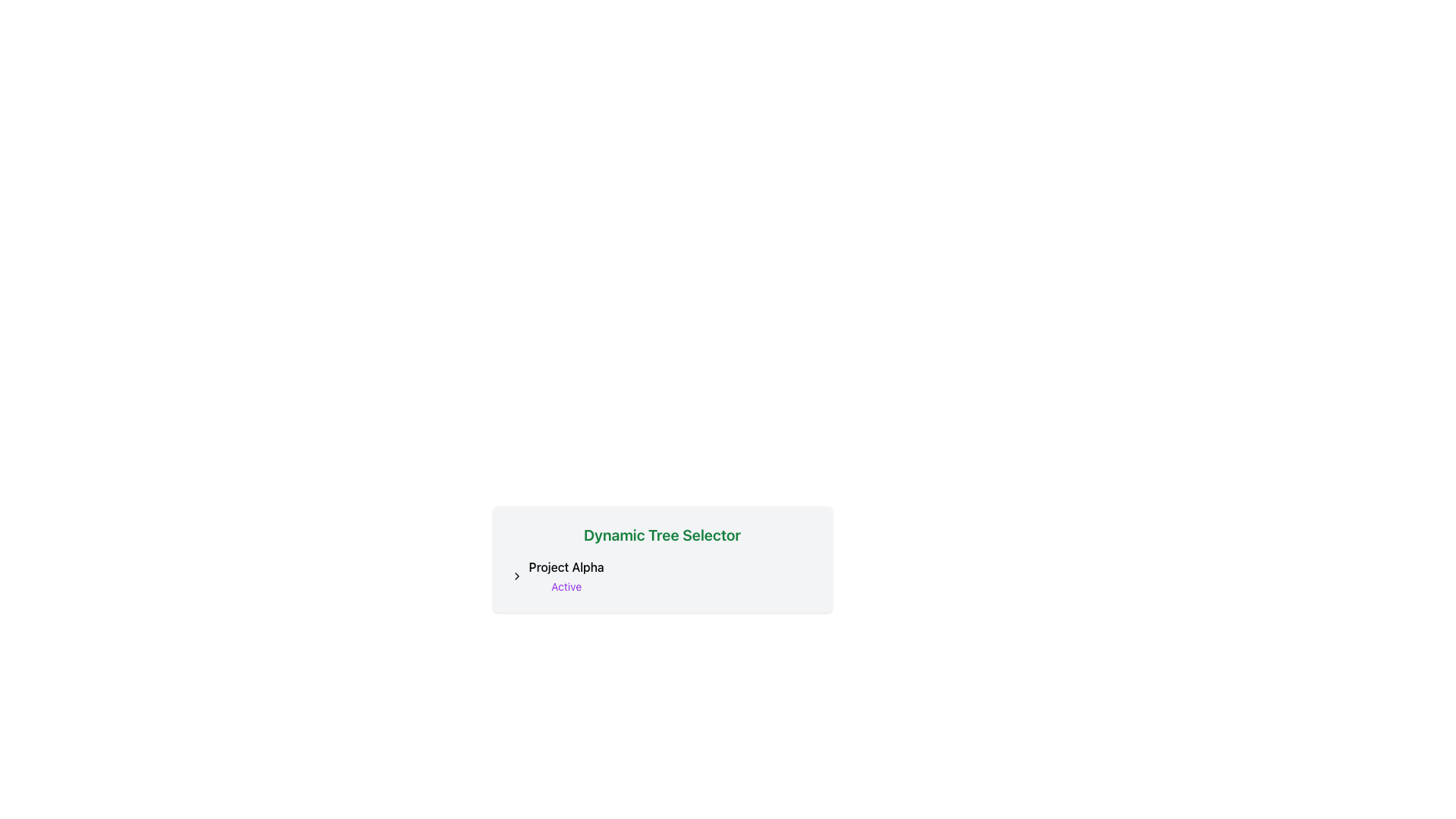 This screenshot has width=1456, height=819. What do you see at coordinates (566, 586) in the screenshot?
I see `the text label 'Active' that is displayed in purple, located beneath 'Project Alpha' in the Dynamic Tree Selector interface` at bounding box center [566, 586].